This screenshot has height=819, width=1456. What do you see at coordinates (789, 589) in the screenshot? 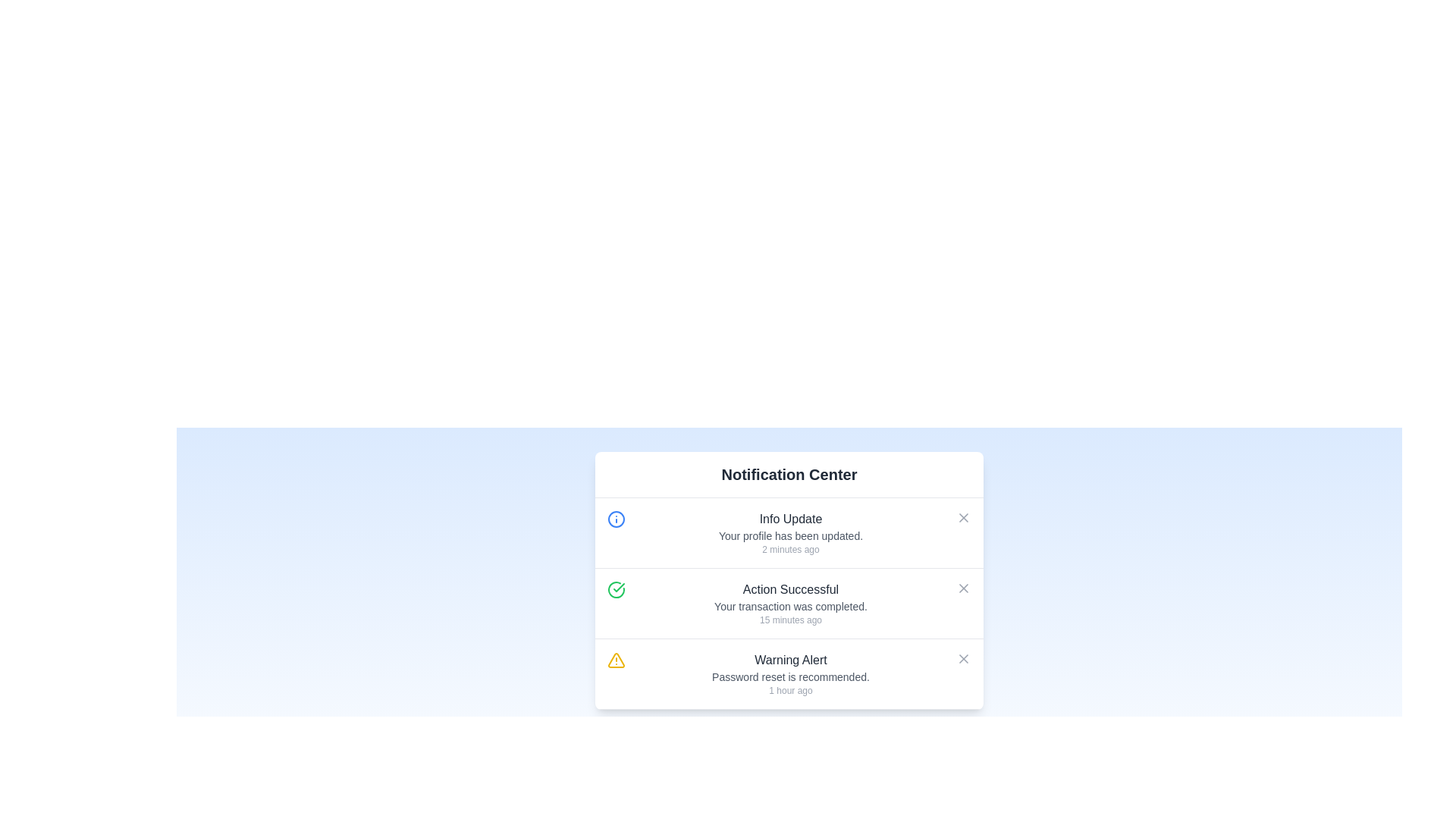
I see `the text label displaying 'Action Successful.' which is part of a notification item in the notification center modal` at bounding box center [789, 589].